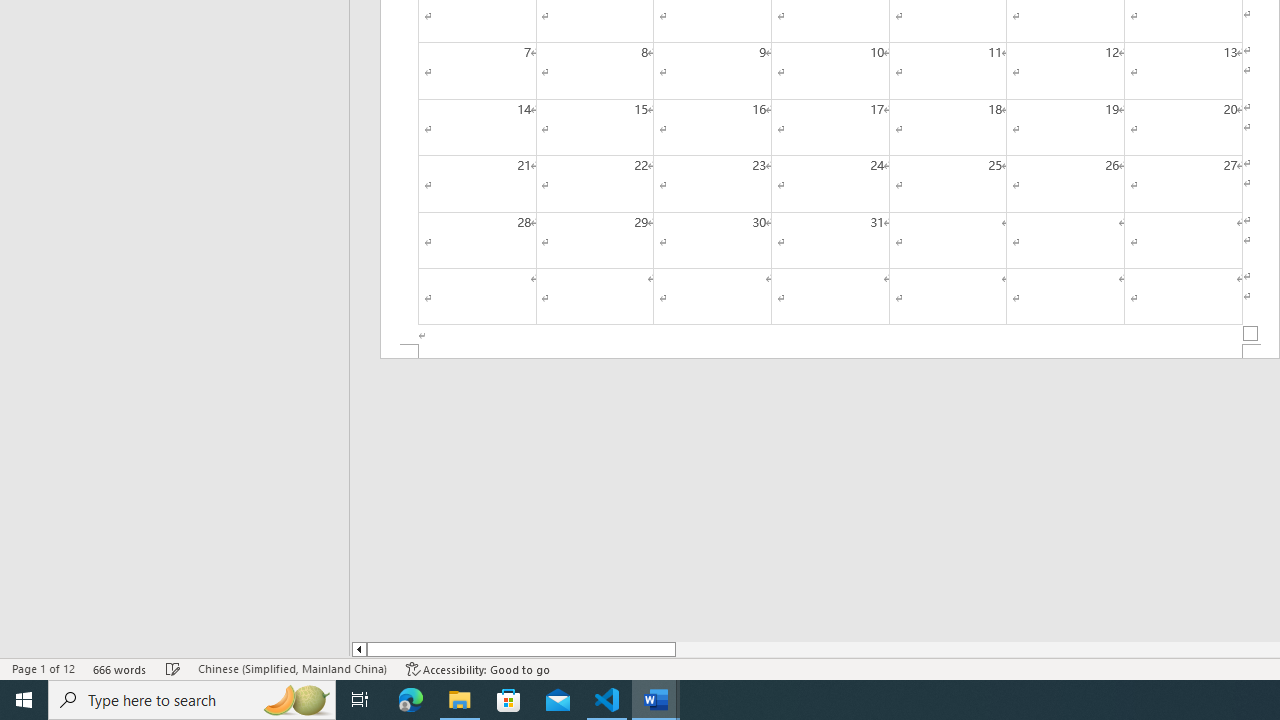 The image size is (1280, 720). What do you see at coordinates (830, 350) in the screenshot?
I see `'Footer -Section 1-'` at bounding box center [830, 350].